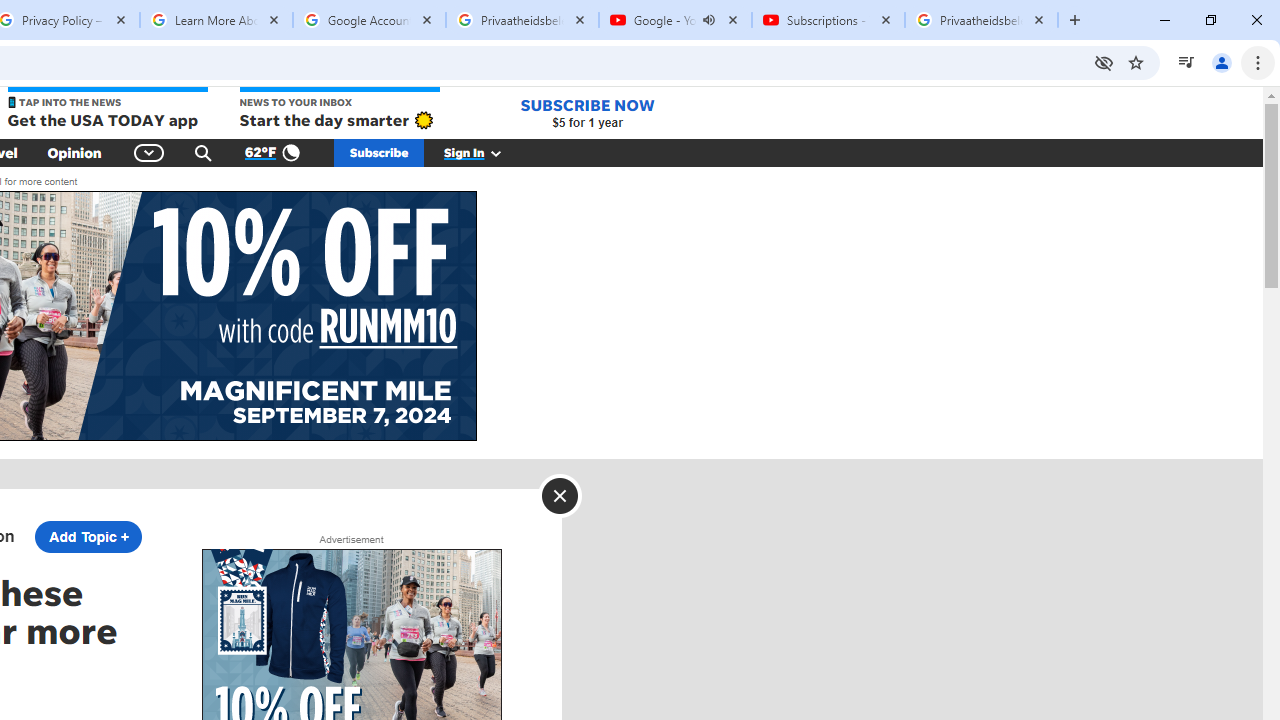  I want to click on 'Global Navigation', so click(148, 152).